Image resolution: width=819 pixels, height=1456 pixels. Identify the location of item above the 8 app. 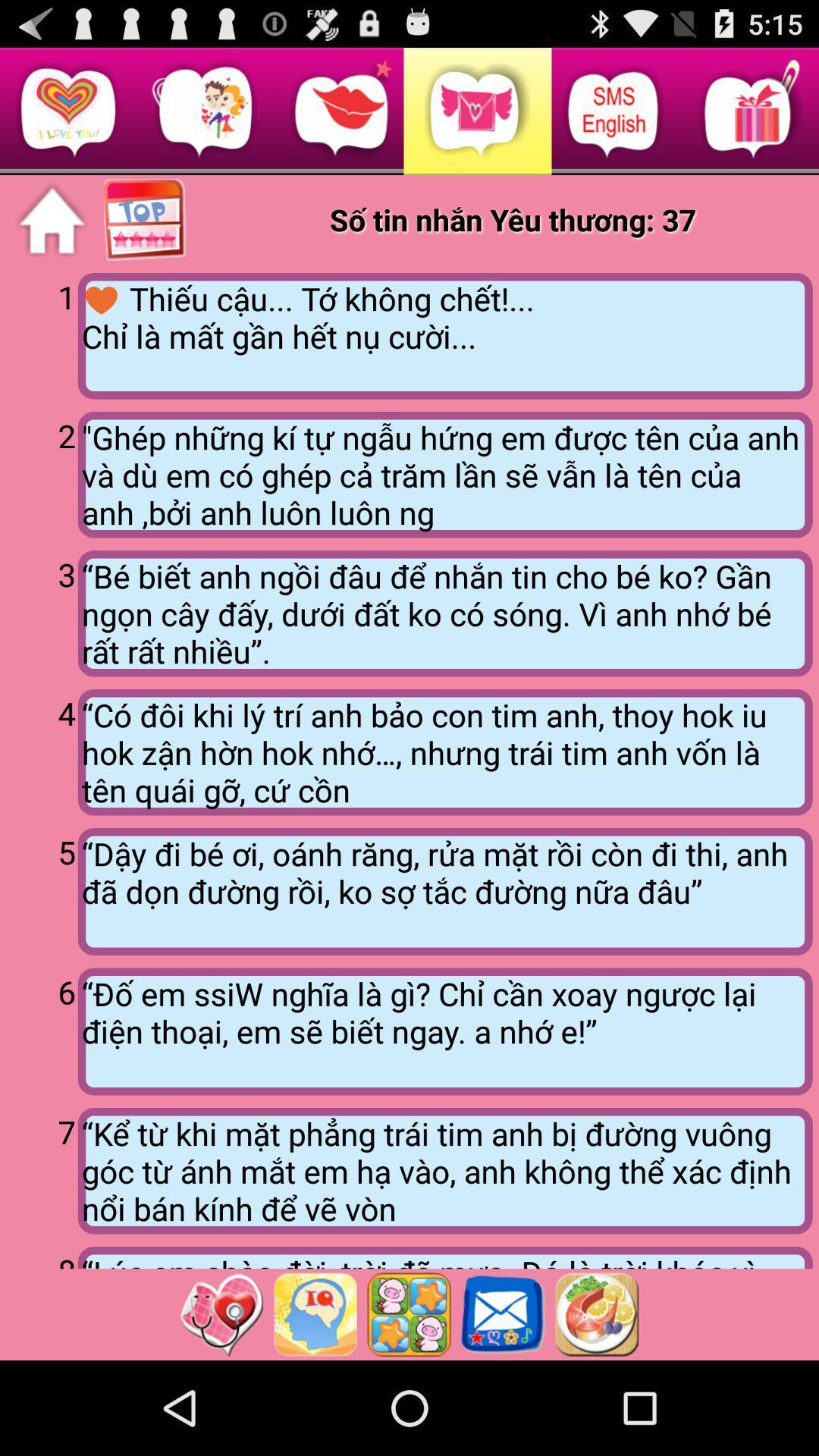
(41, 1168).